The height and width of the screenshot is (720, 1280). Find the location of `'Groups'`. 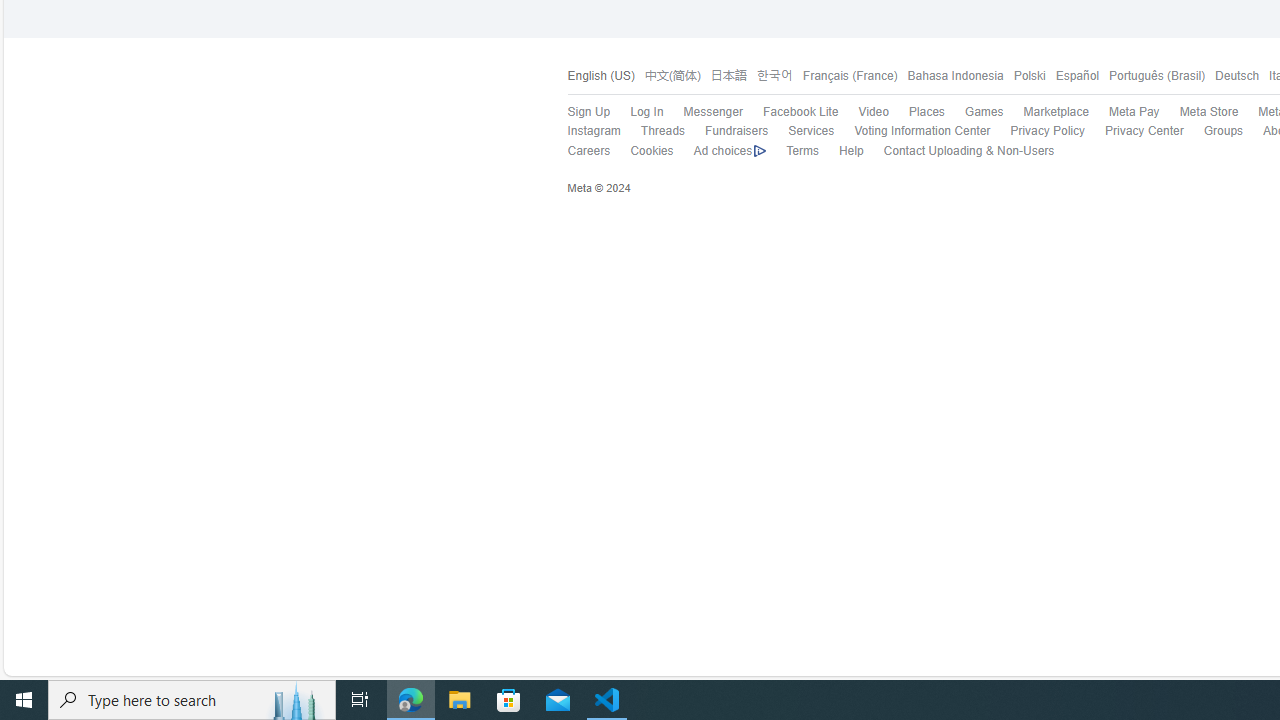

'Groups' is located at coordinates (1212, 131).